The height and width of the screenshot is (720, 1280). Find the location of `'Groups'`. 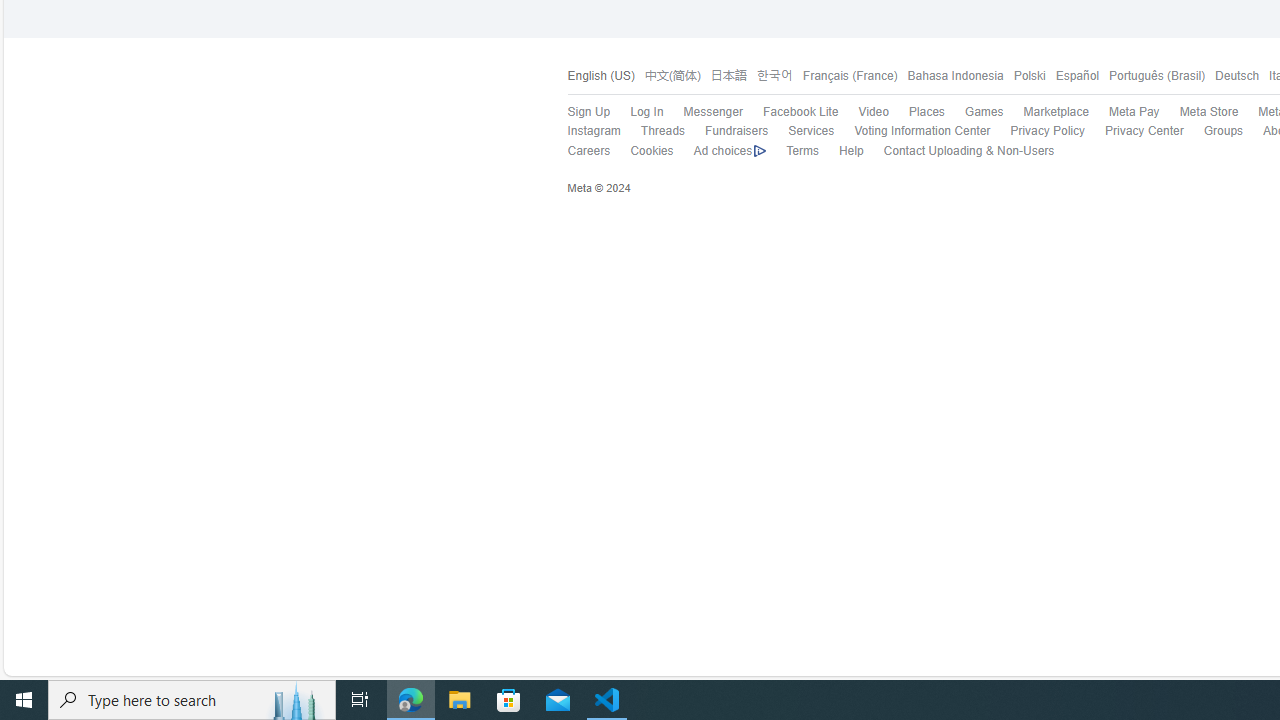

'Groups' is located at coordinates (1212, 131).